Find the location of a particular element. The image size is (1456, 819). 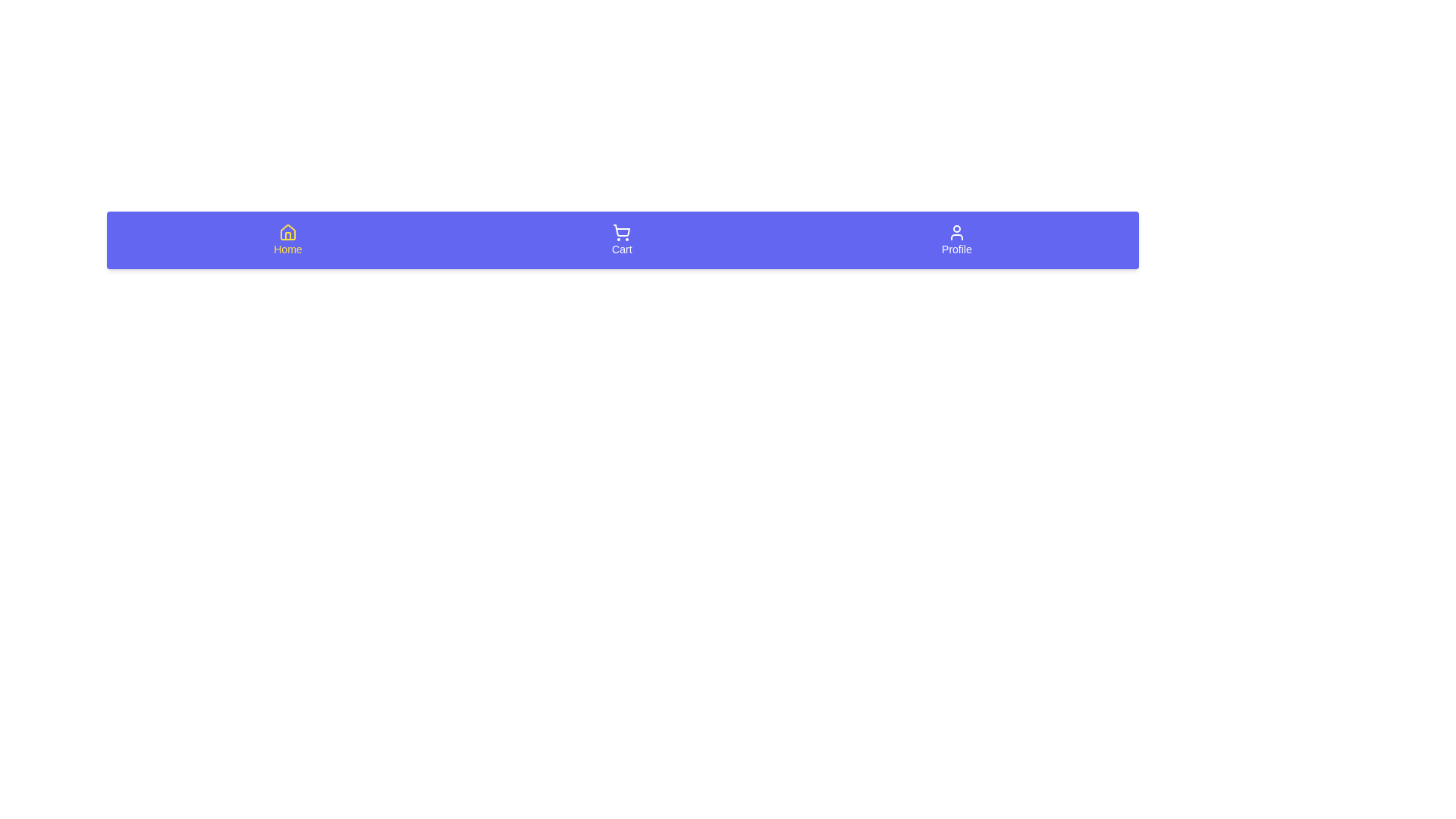

the Cart tab in the bottom navigation bar is located at coordinates (622, 239).